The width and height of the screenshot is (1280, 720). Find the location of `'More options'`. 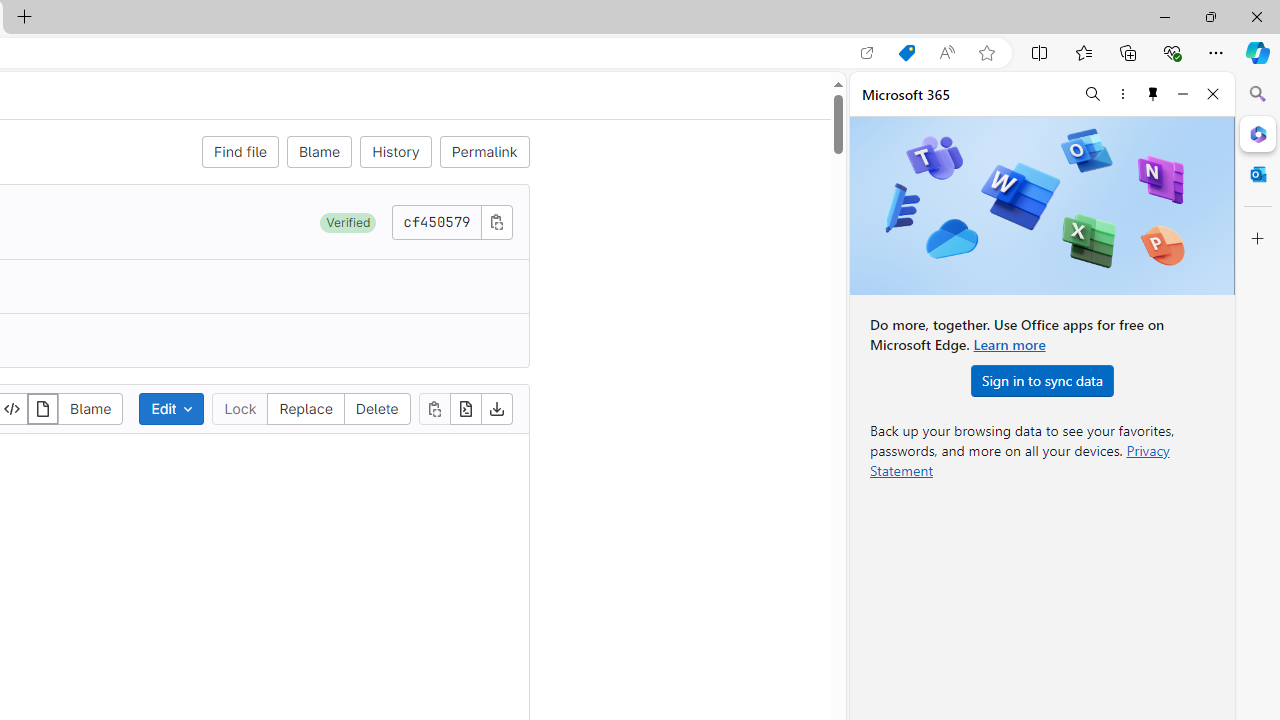

'More options' is located at coordinates (1122, 93).